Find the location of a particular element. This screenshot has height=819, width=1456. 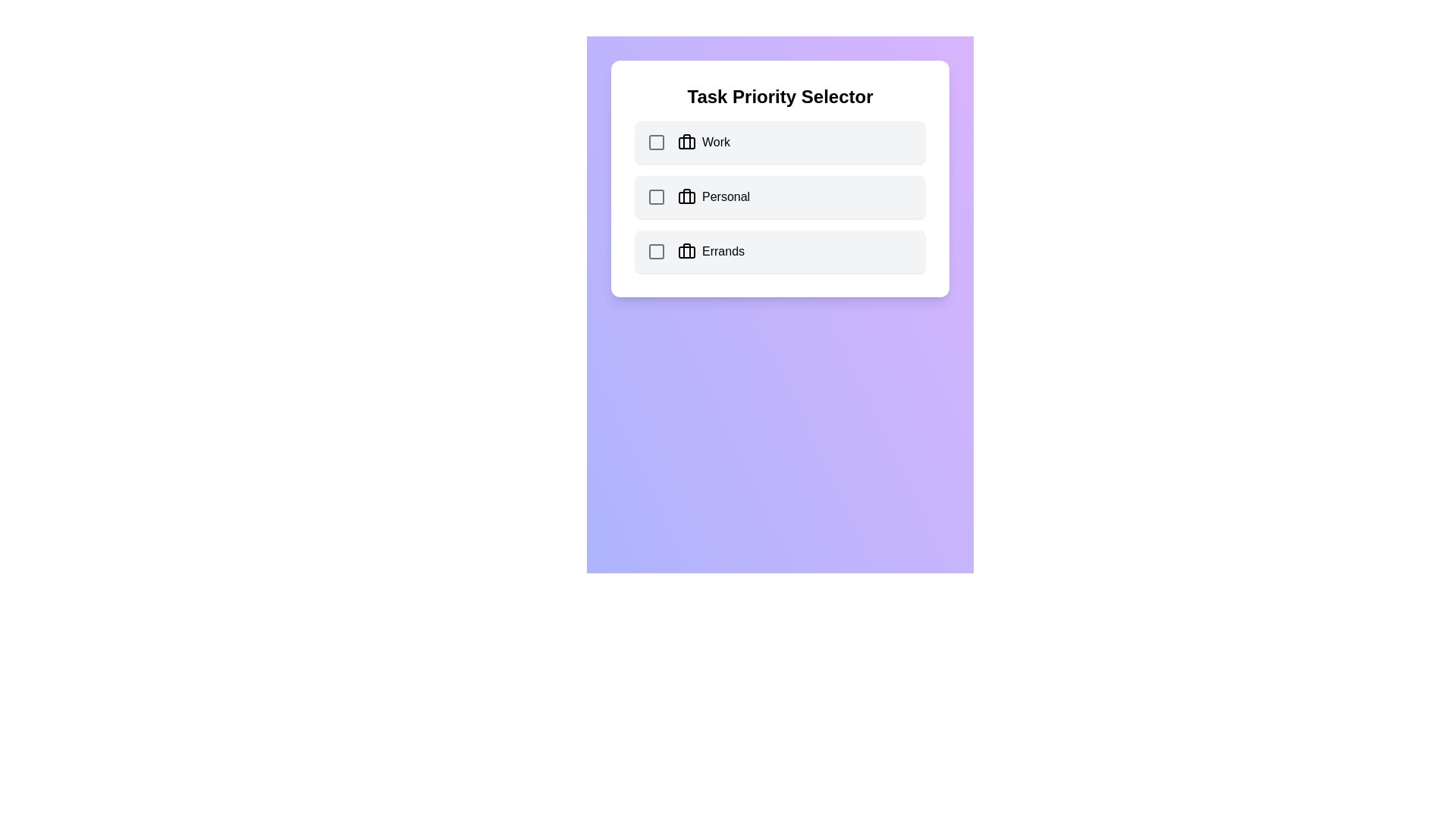

the category Work by clicking on its row is located at coordinates (780, 143).